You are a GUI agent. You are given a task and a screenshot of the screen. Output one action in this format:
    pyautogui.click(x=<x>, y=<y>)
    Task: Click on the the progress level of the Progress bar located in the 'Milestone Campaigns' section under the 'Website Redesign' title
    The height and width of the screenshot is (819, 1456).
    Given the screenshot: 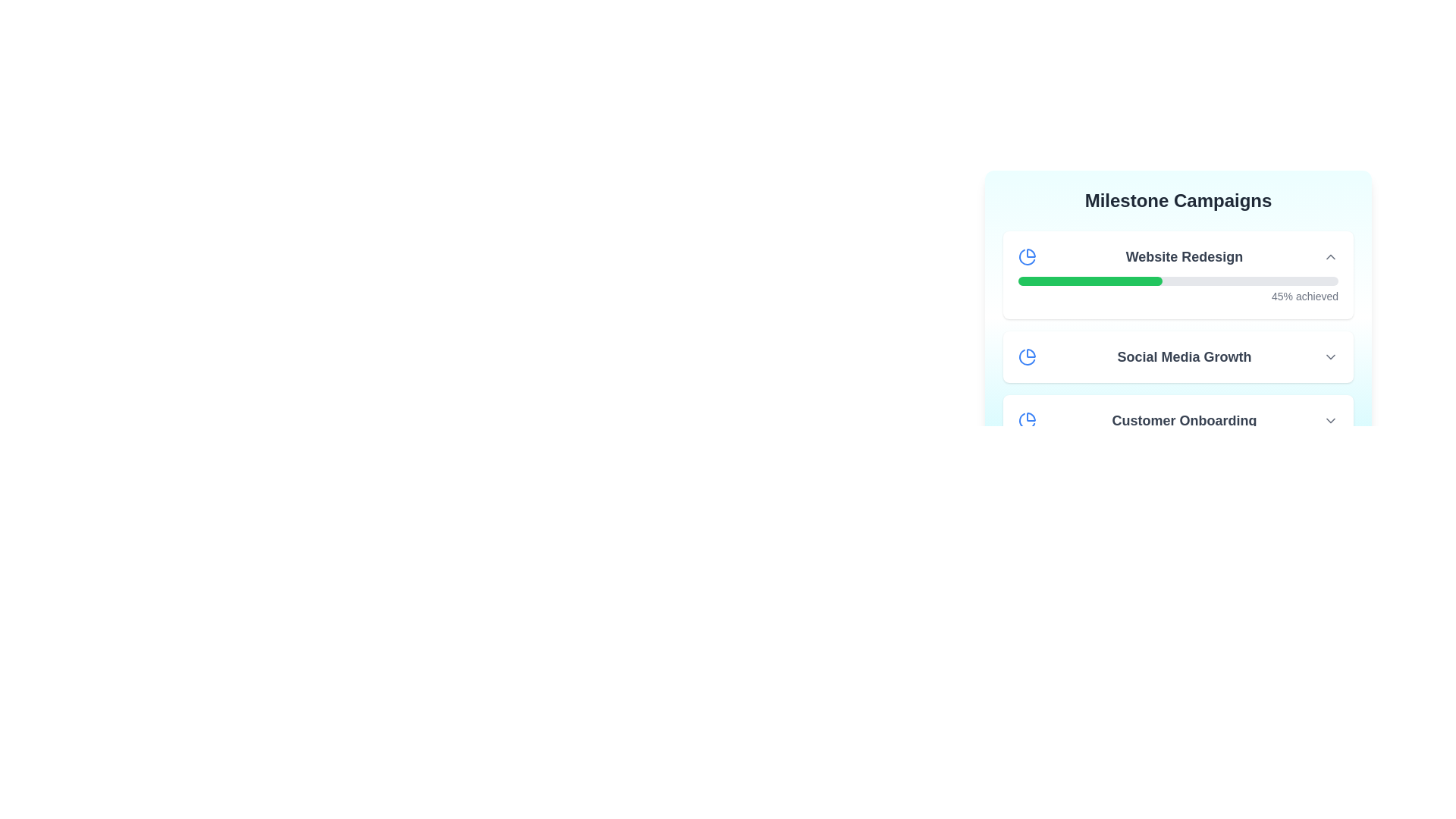 What is the action you would take?
    pyautogui.click(x=1178, y=289)
    